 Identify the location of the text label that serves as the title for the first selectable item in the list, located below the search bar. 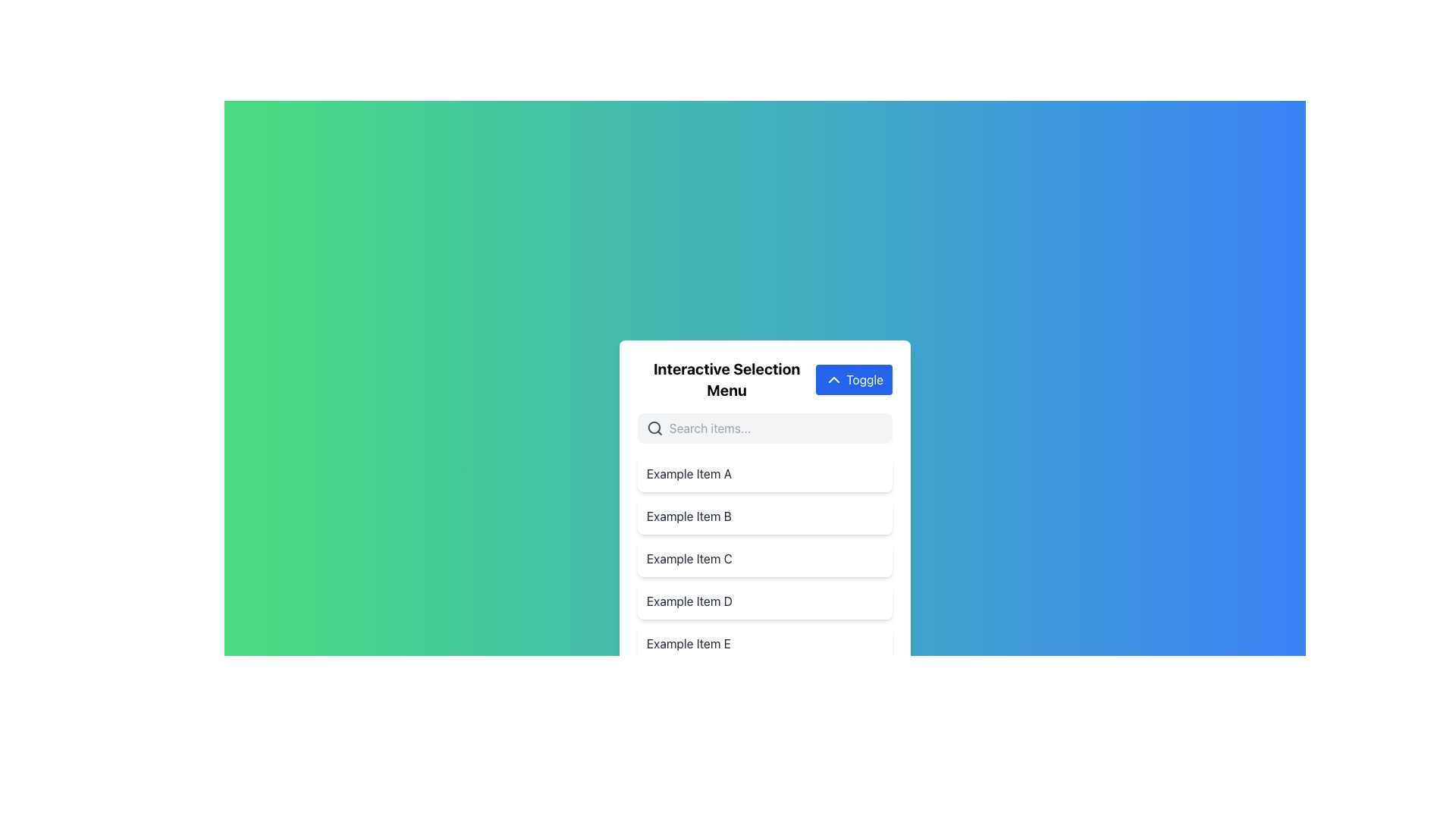
(689, 472).